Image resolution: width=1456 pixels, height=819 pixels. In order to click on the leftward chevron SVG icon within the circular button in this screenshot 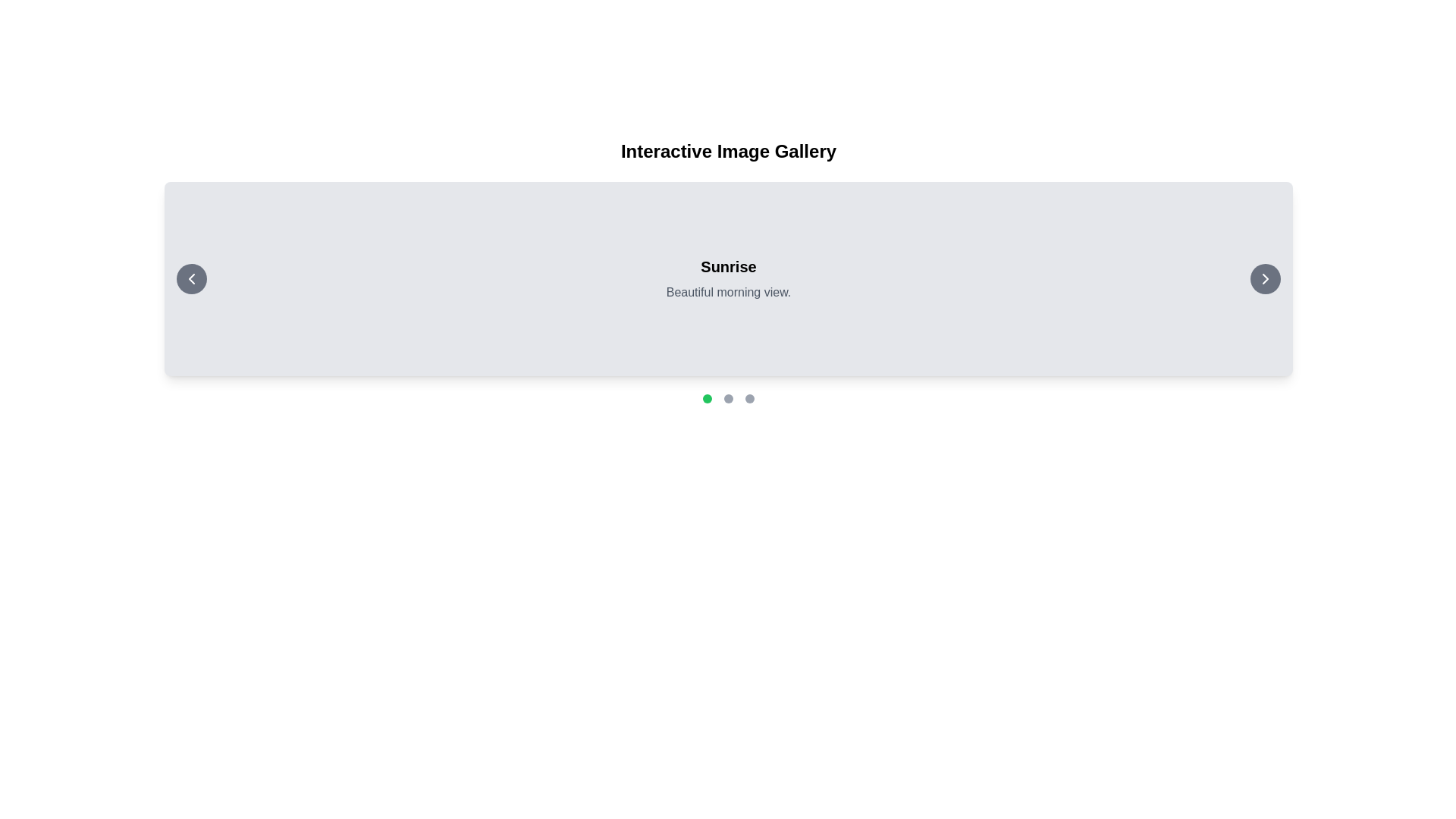, I will do `click(191, 278)`.